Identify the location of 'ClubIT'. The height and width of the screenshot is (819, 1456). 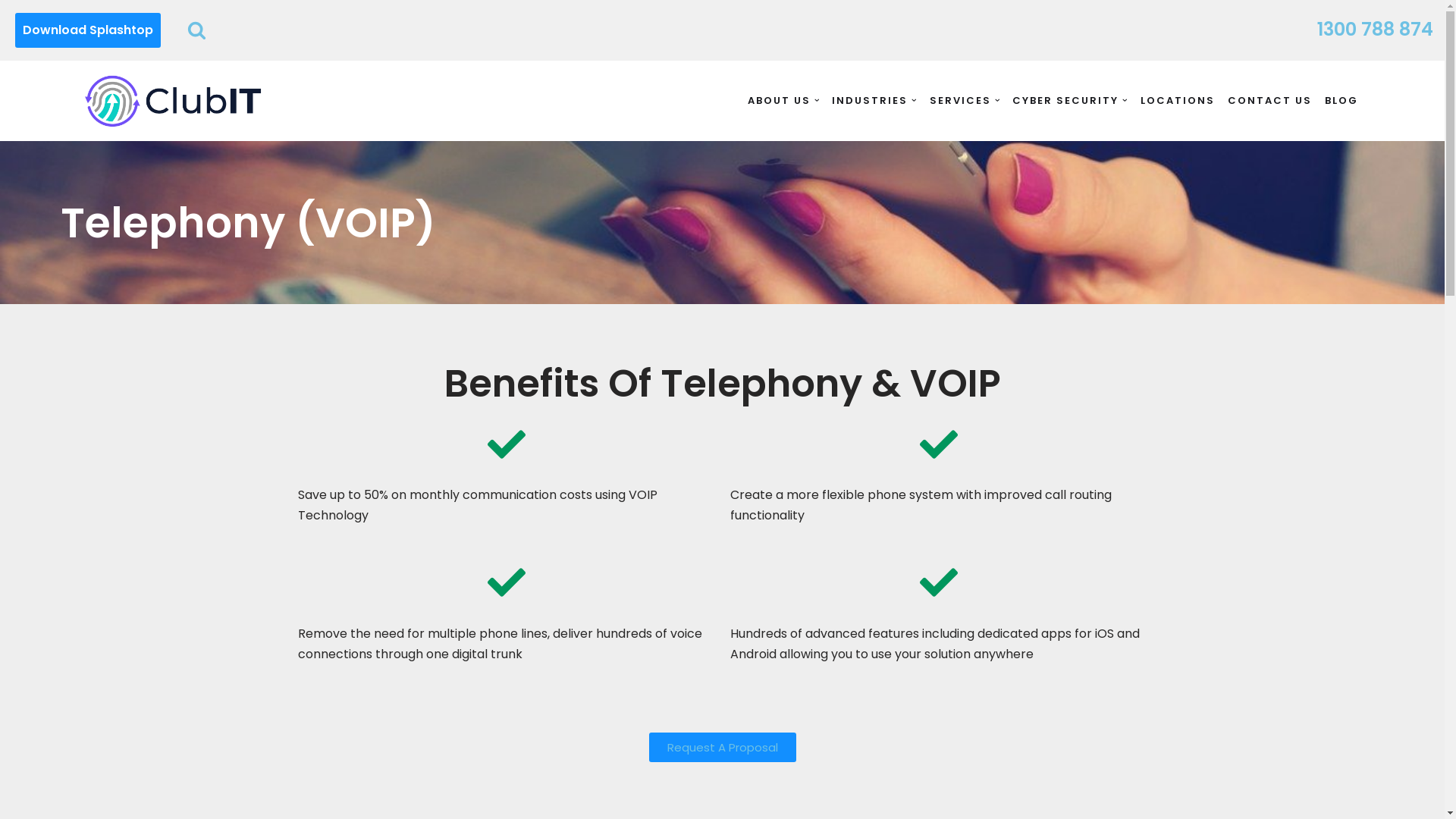
(172, 100).